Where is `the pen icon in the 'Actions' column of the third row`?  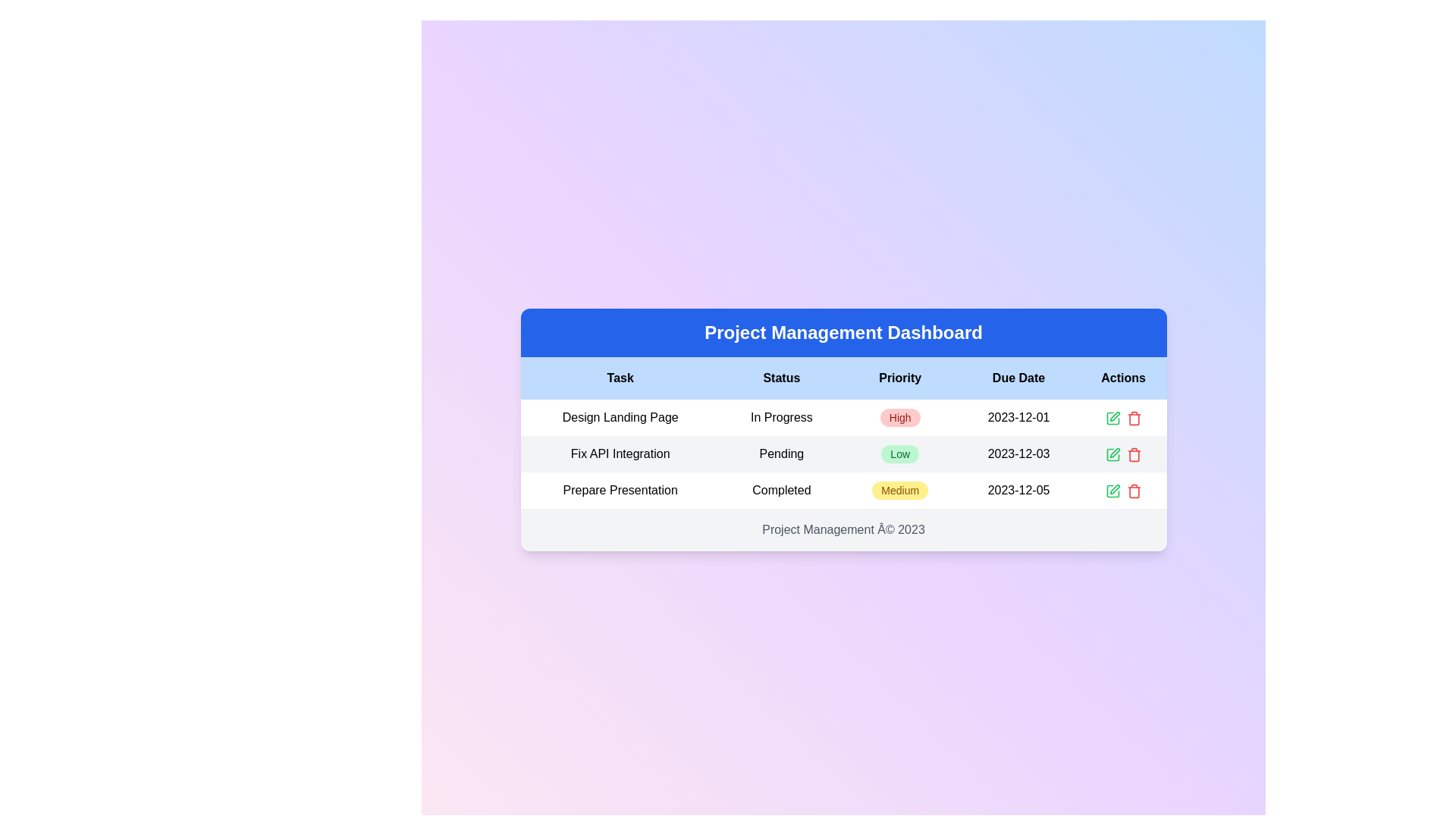
the pen icon in the 'Actions' column of the third row is located at coordinates (1114, 416).